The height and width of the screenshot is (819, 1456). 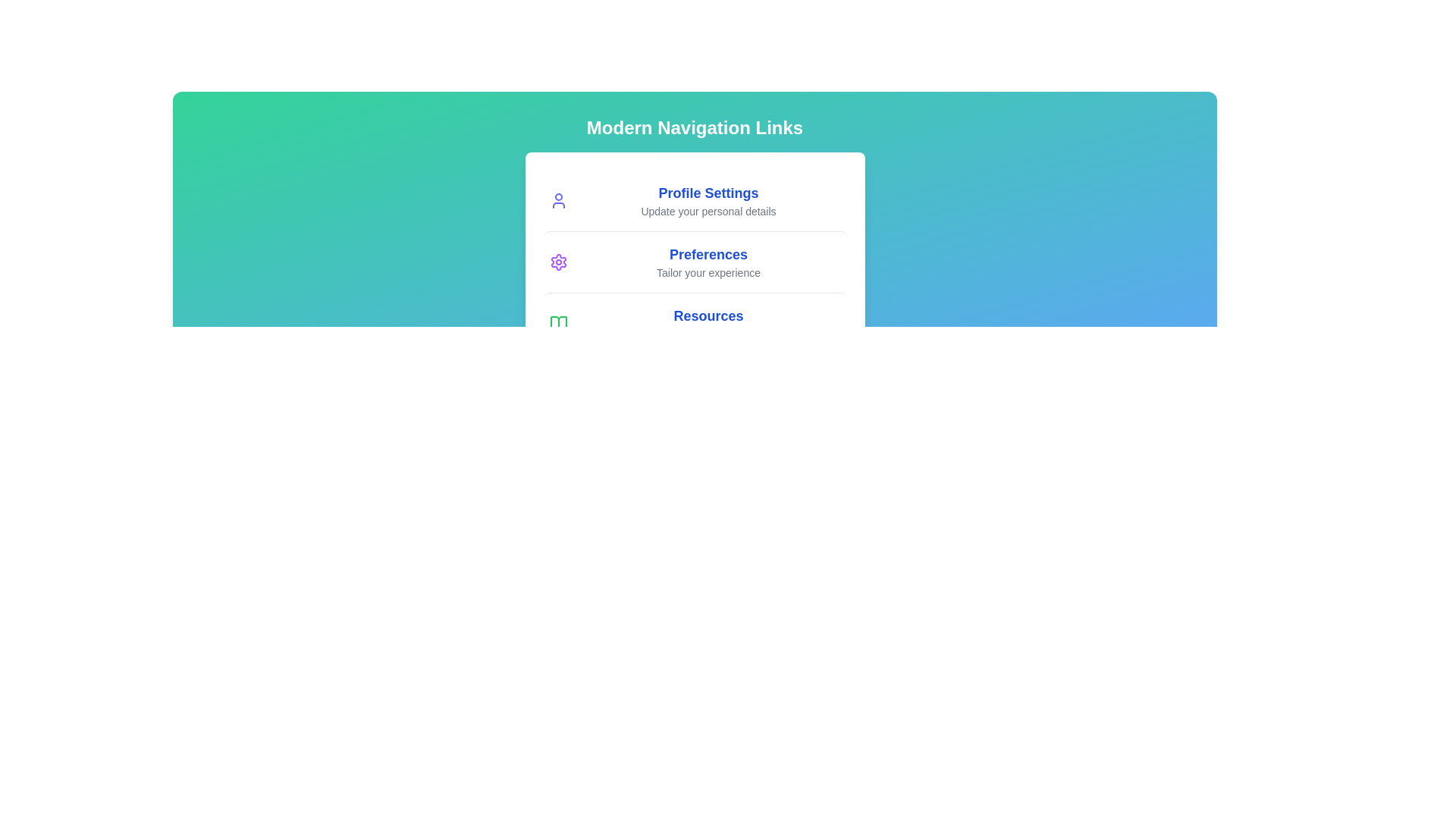 I want to click on the 'Resources' hyperlink, which is part of a composite component featuring a blue hyperlink and a descriptive text below it, so click(x=708, y=323).